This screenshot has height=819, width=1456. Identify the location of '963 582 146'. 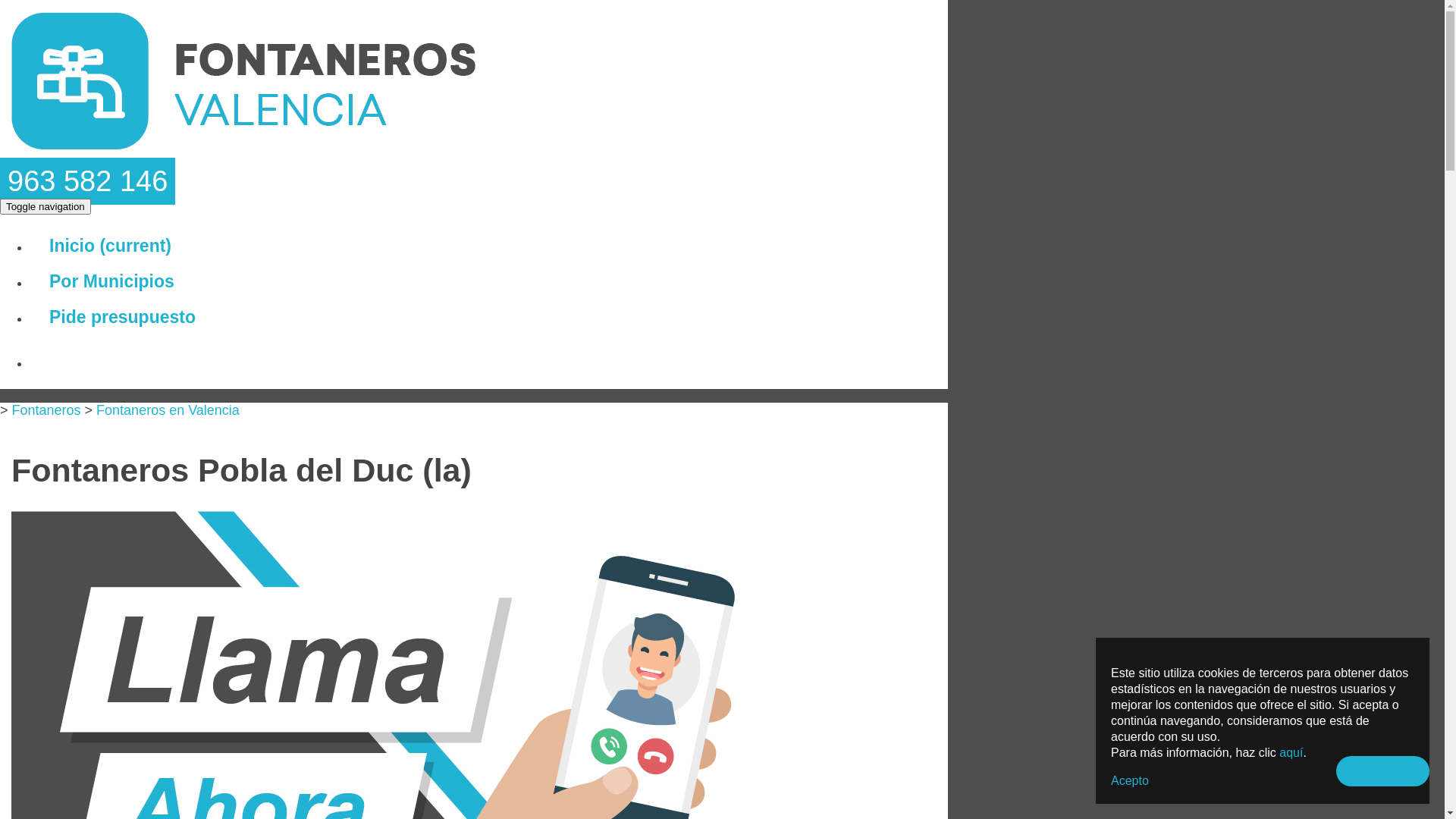
(86, 180).